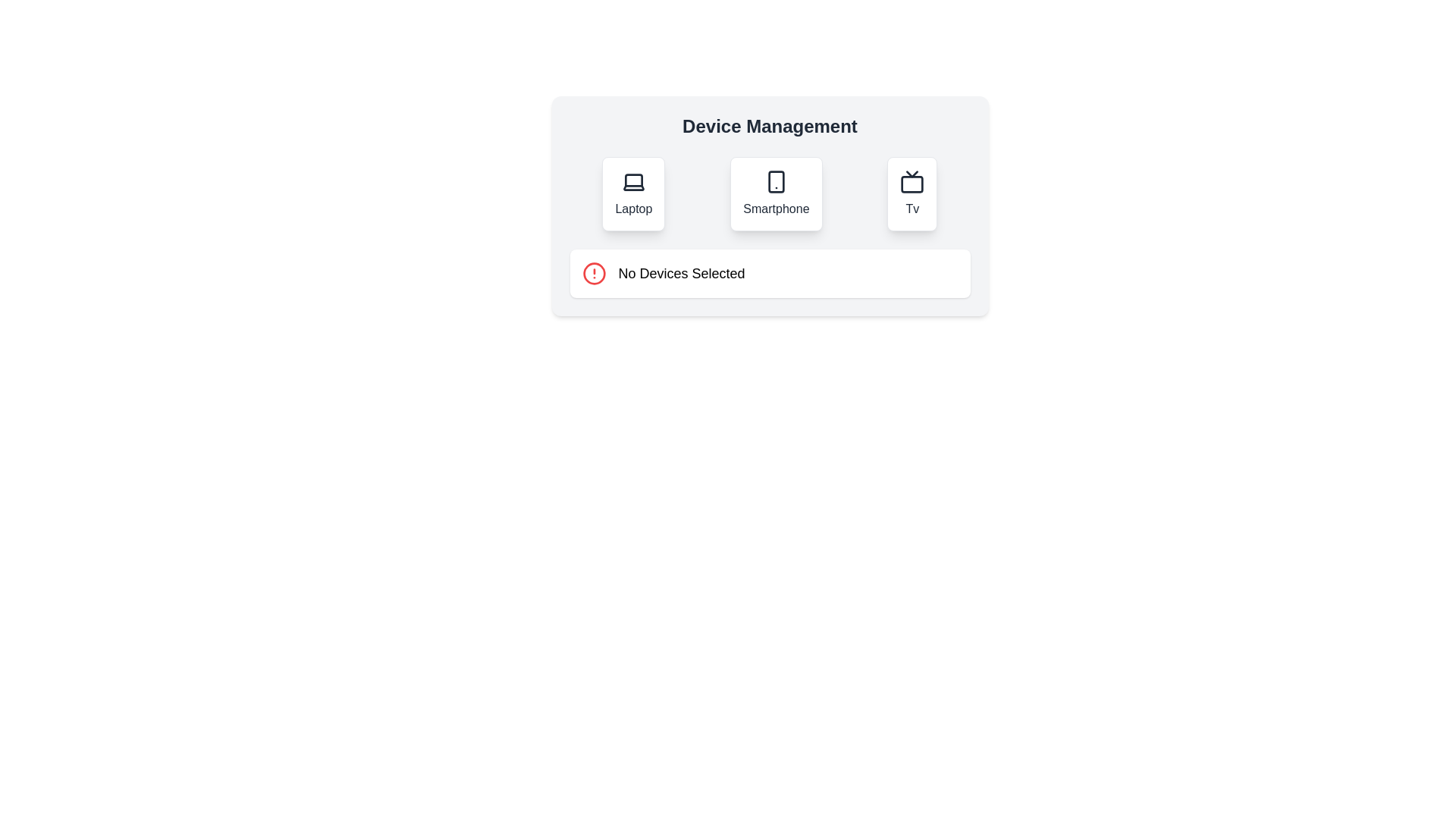 The image size is (1456, 819). I want to click on to select the 'Laptop' option from the first card in the 'Device Management' section, which features a stylized laptop icon and is visually distinct with a rounded border and shadow effects, so click(633, 193).